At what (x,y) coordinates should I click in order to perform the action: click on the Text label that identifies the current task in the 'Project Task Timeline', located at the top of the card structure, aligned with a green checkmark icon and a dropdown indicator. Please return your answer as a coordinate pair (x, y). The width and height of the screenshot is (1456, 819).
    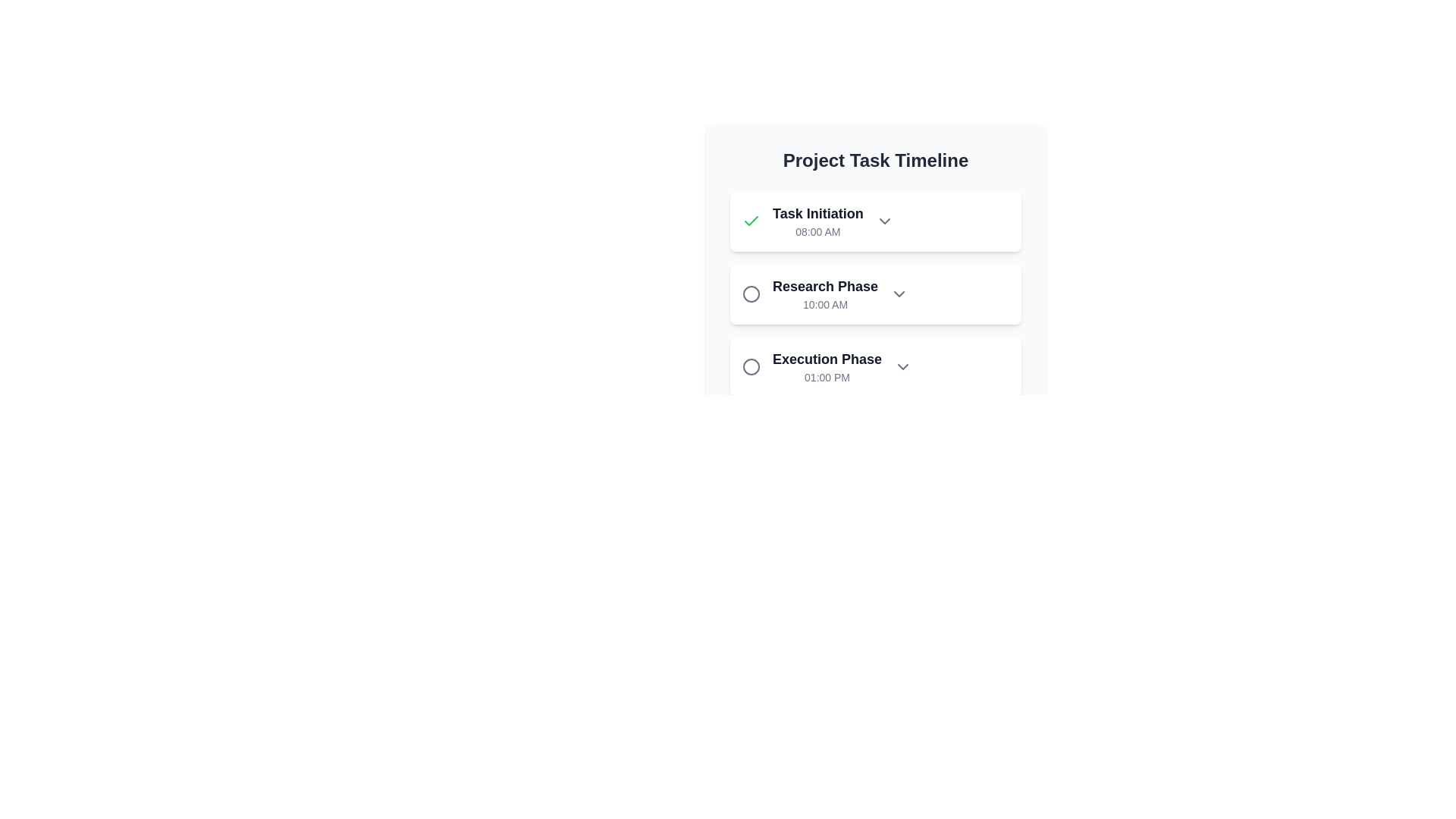
    Looking at the image, I should click on (817, 213).